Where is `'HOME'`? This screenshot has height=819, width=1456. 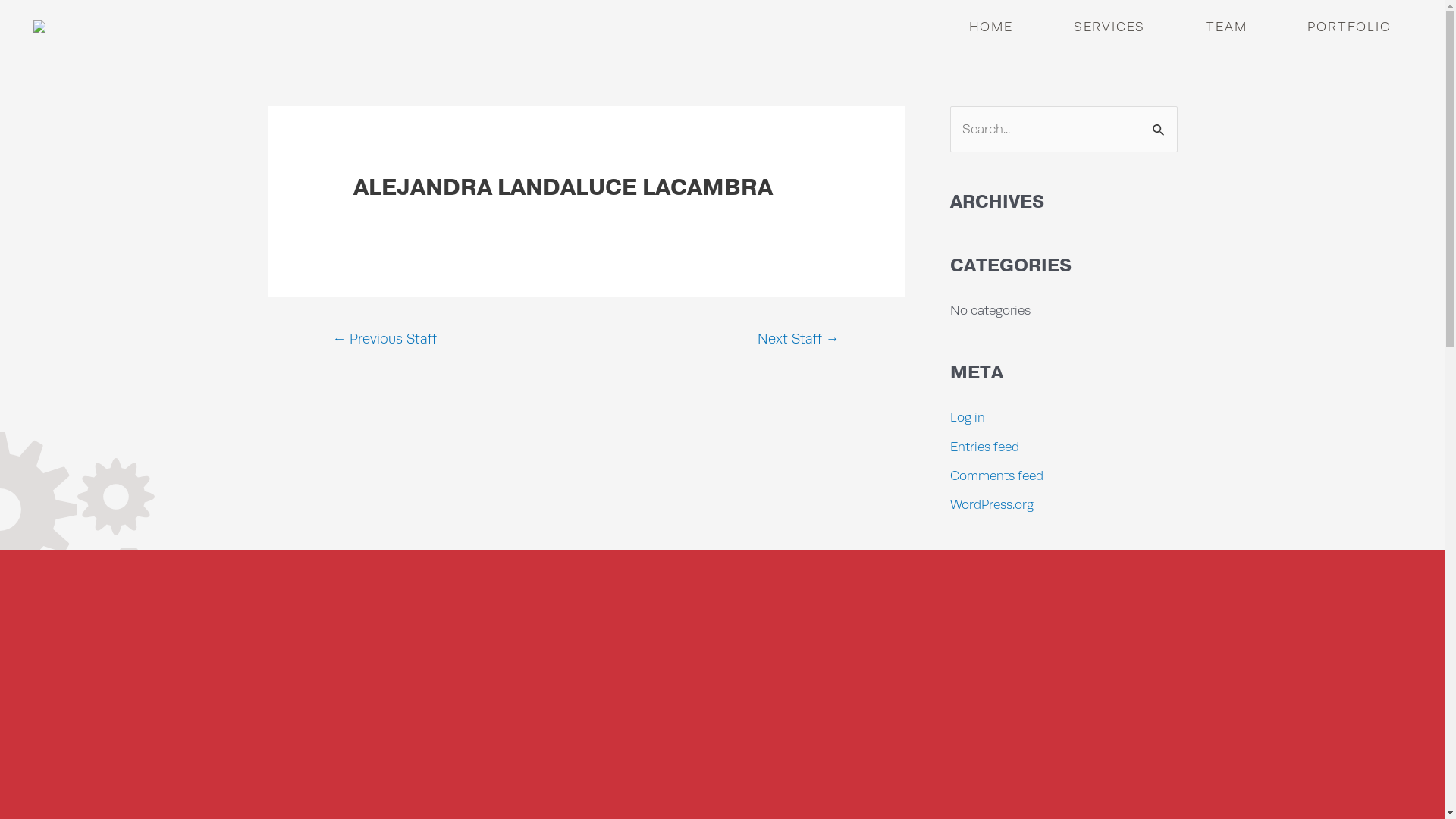
'HOME' is located at coordinates (990, 27).